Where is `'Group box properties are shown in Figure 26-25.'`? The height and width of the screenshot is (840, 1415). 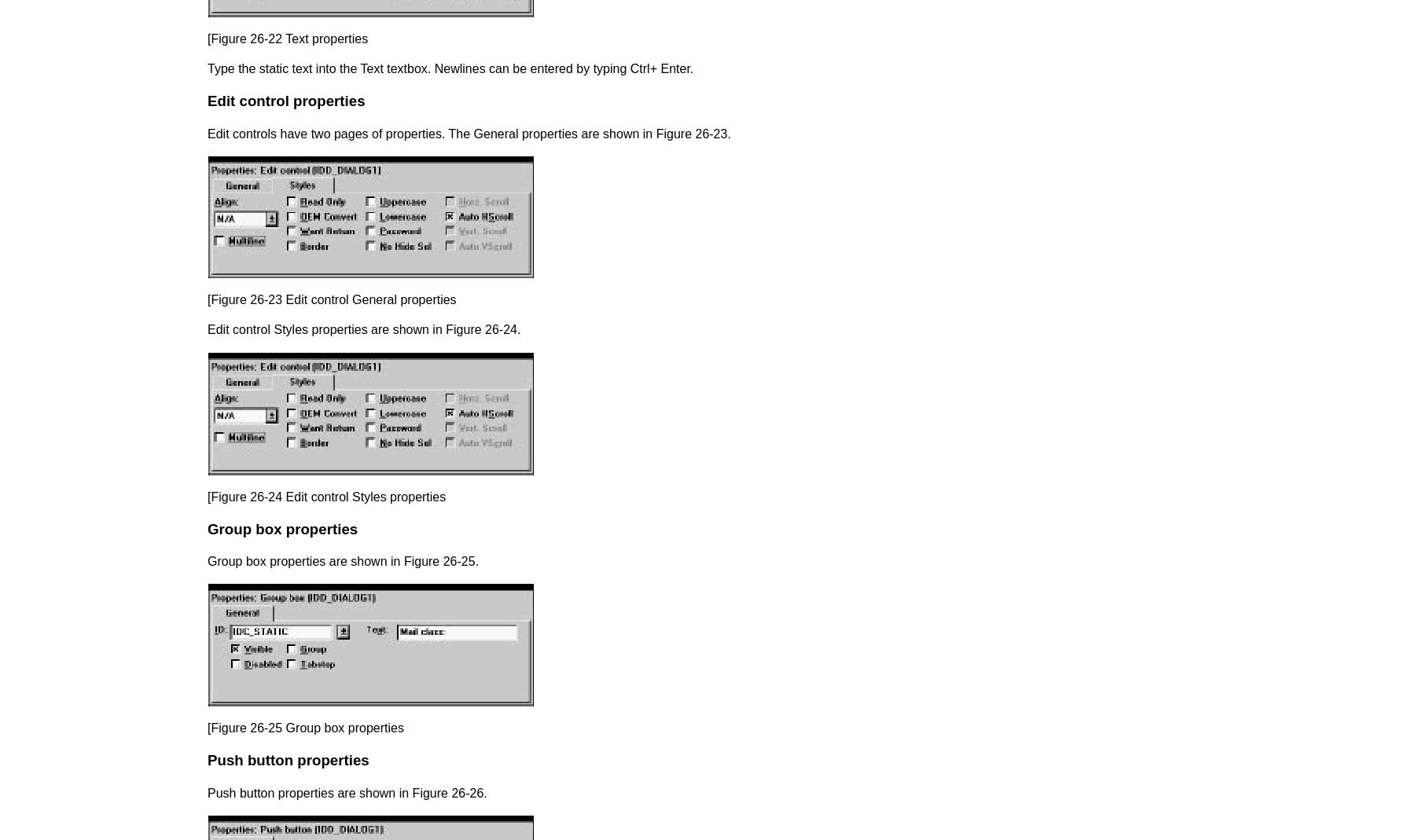 'Group box properties are shown in Figure 26-25.' is located at coordinates (207, 559).